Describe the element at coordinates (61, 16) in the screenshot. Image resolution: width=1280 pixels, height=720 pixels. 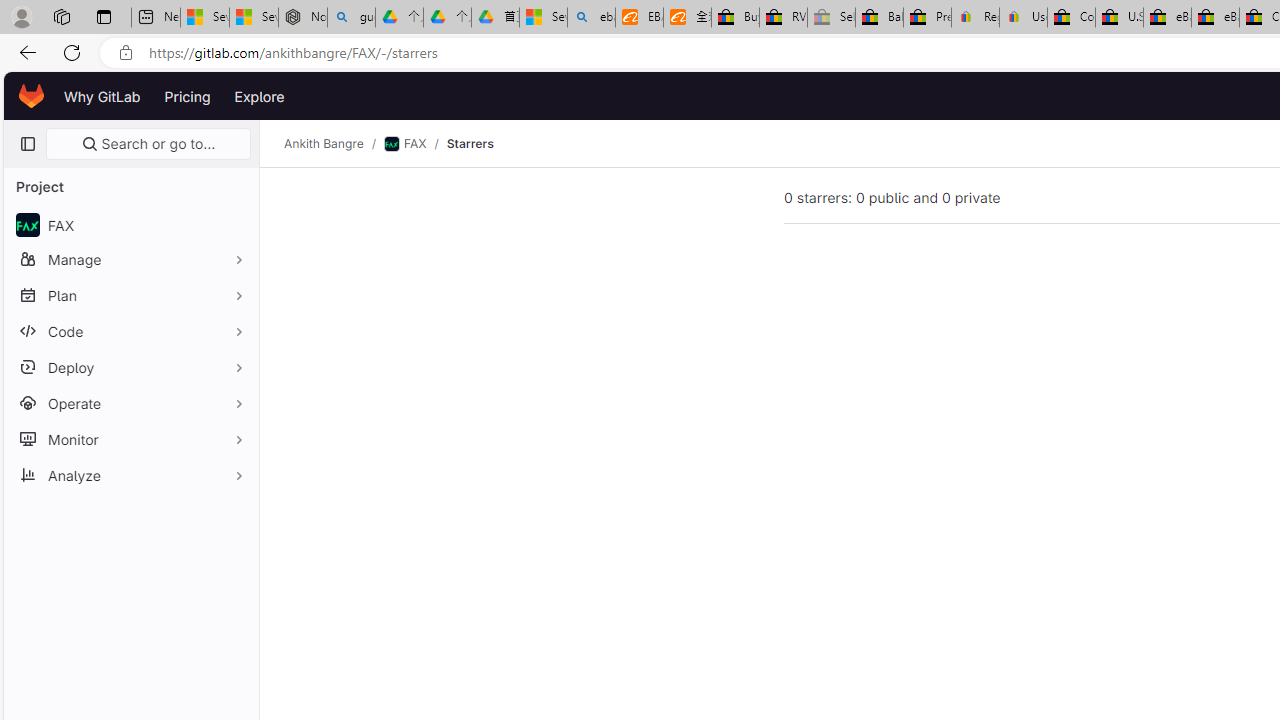
I see `'Workspaces'` at that location.